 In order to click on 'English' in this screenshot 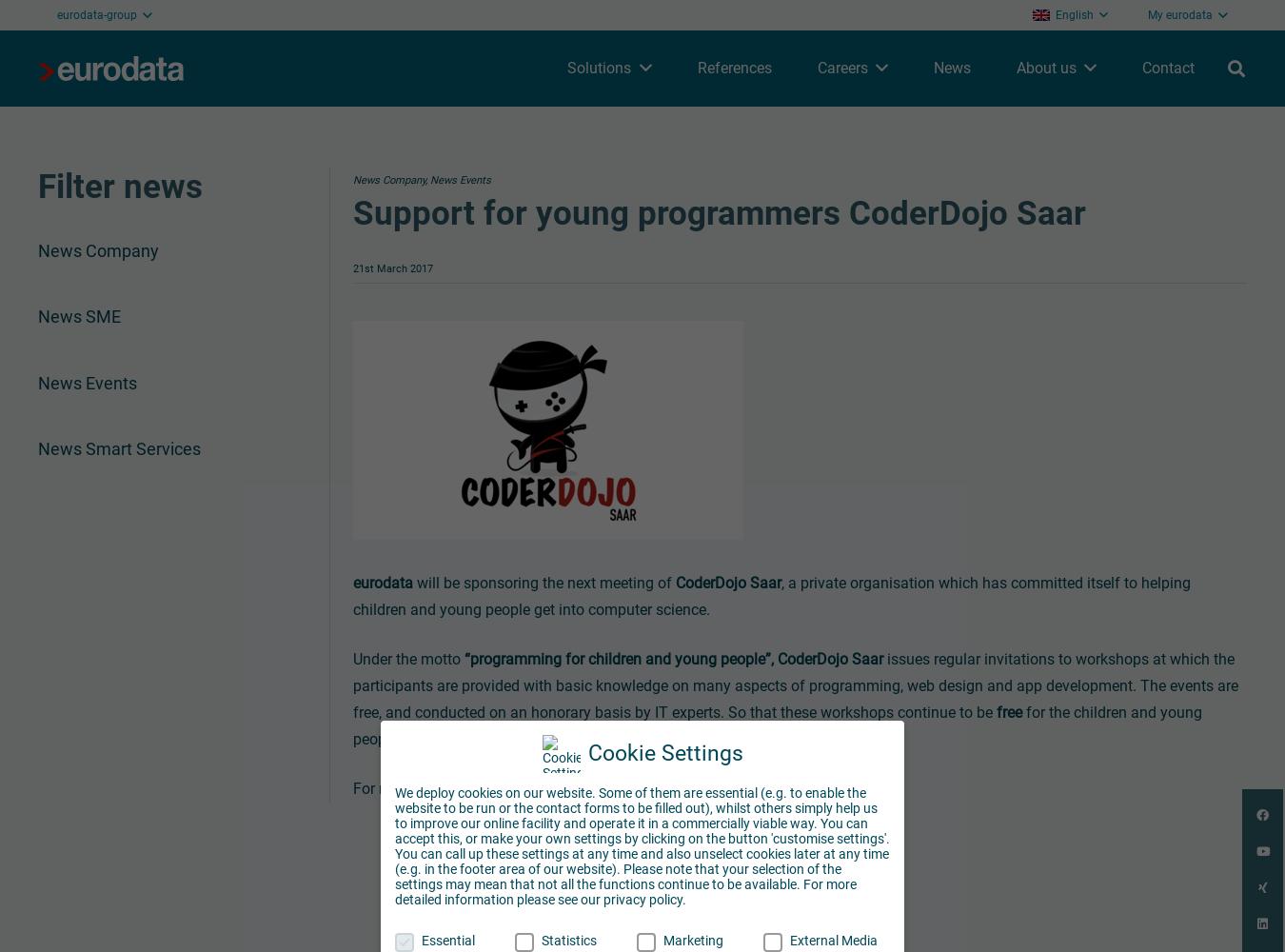, I will do `click(1073, 15)`.